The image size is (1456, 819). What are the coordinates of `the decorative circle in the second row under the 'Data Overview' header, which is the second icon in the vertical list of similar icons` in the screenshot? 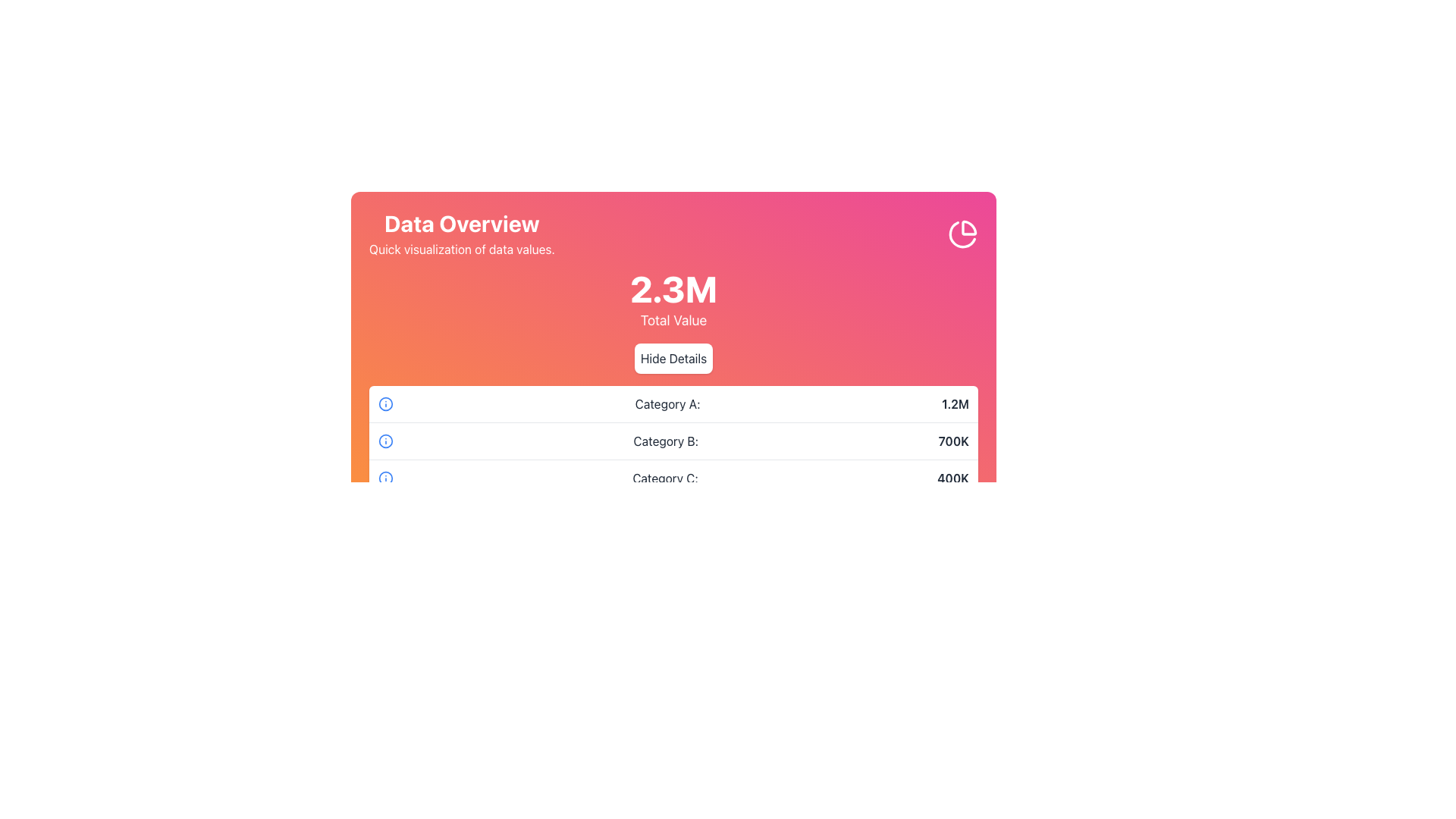 It's located at (385, 441).